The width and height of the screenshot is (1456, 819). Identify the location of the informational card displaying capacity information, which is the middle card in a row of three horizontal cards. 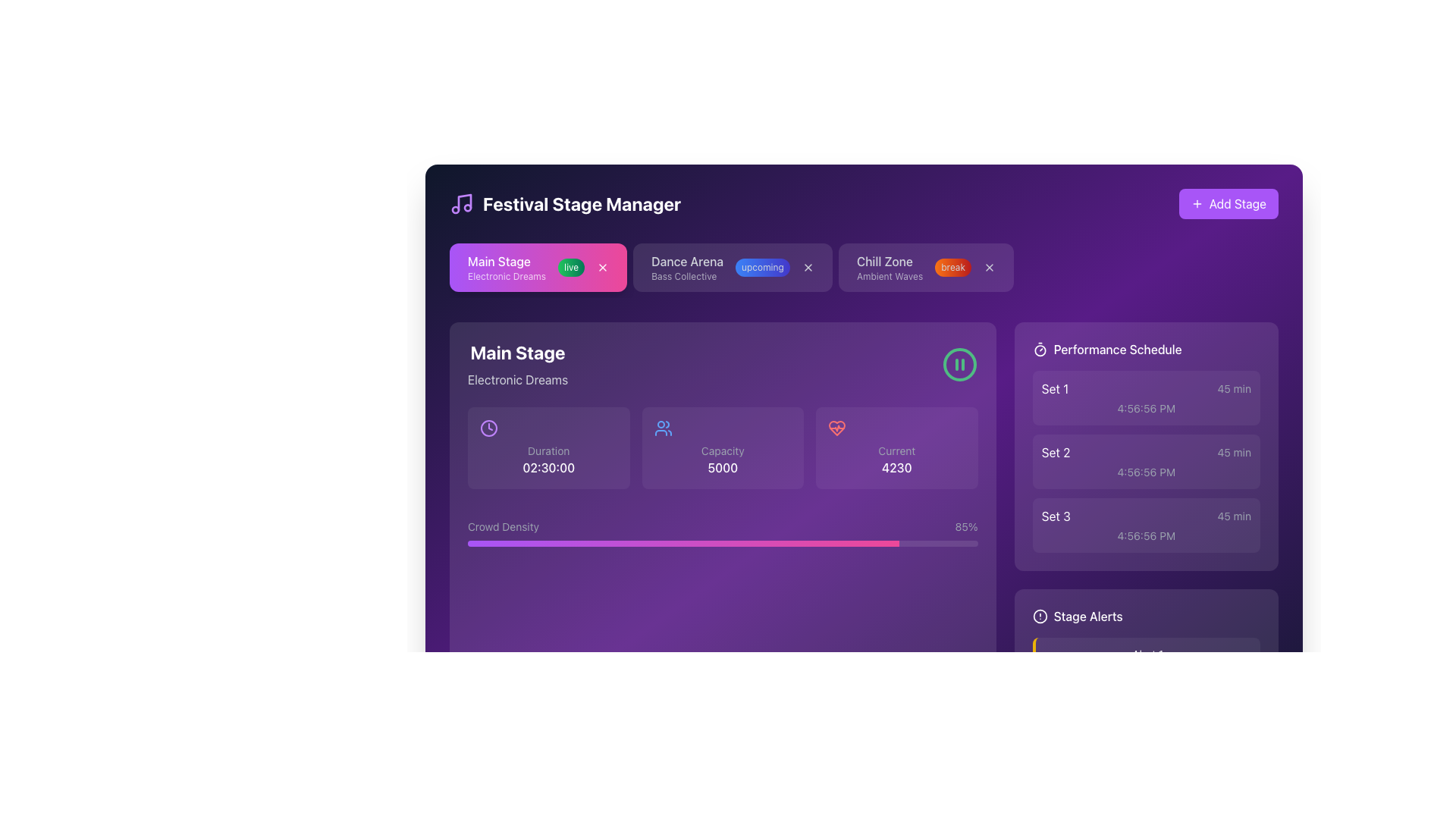
(722, 447).